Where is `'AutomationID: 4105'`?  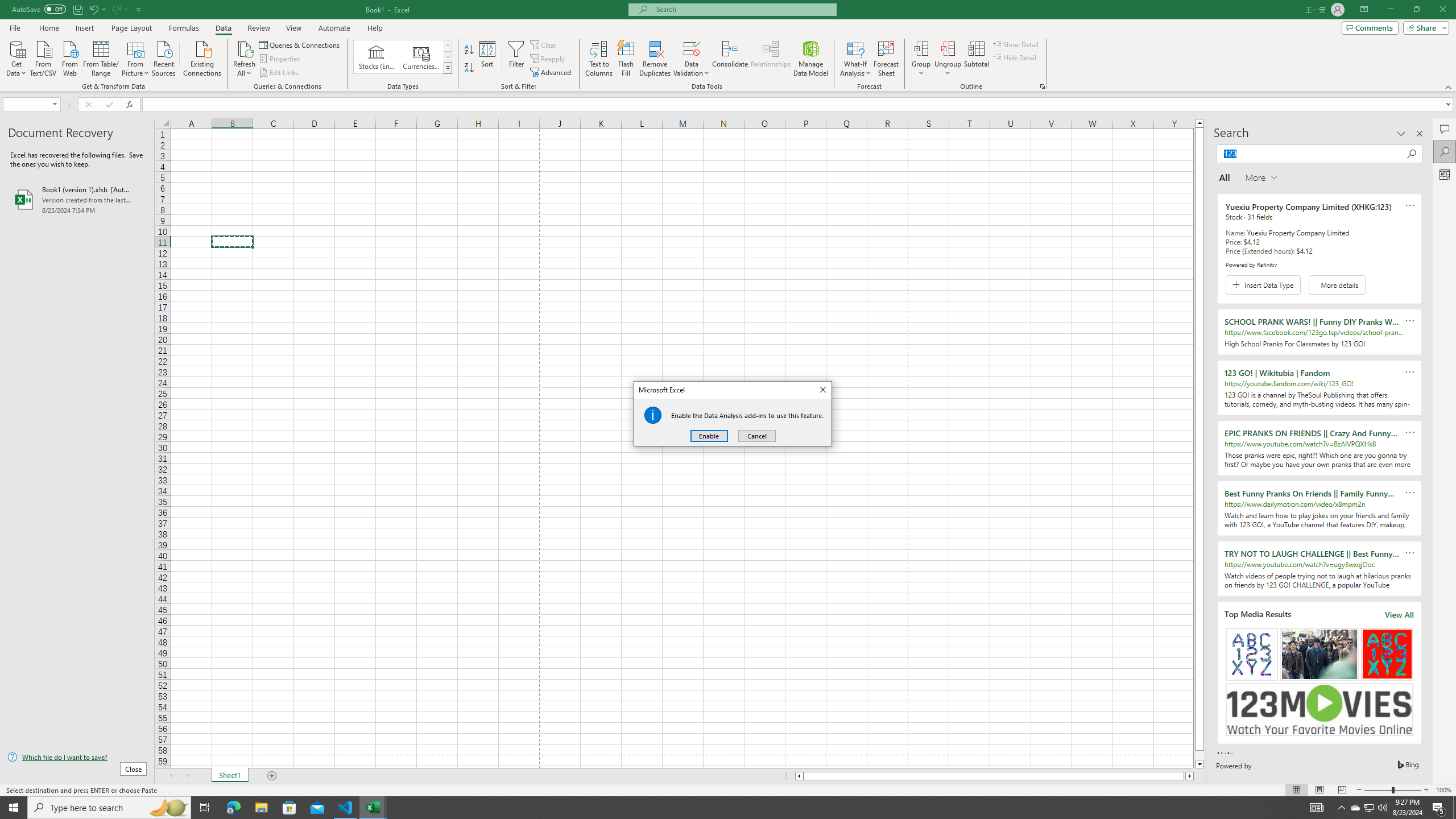
'AutomationID: 4105' is located at coordinates (1317, 806).